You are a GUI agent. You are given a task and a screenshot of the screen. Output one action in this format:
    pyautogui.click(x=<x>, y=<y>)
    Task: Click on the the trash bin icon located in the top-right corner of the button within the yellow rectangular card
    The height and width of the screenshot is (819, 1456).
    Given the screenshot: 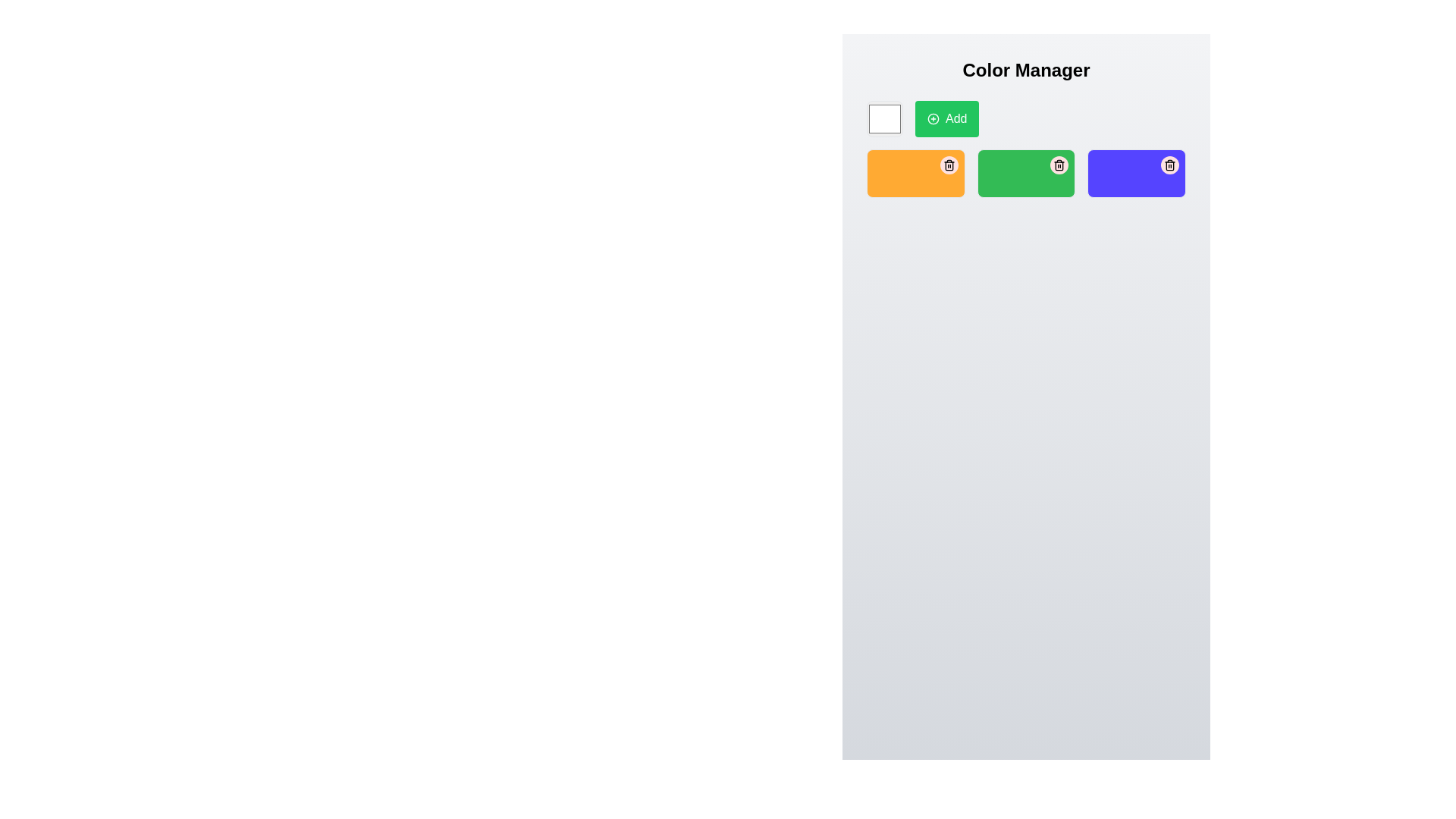 What is the action you would take?
    pyautogui.click(x=948, y=165)
    